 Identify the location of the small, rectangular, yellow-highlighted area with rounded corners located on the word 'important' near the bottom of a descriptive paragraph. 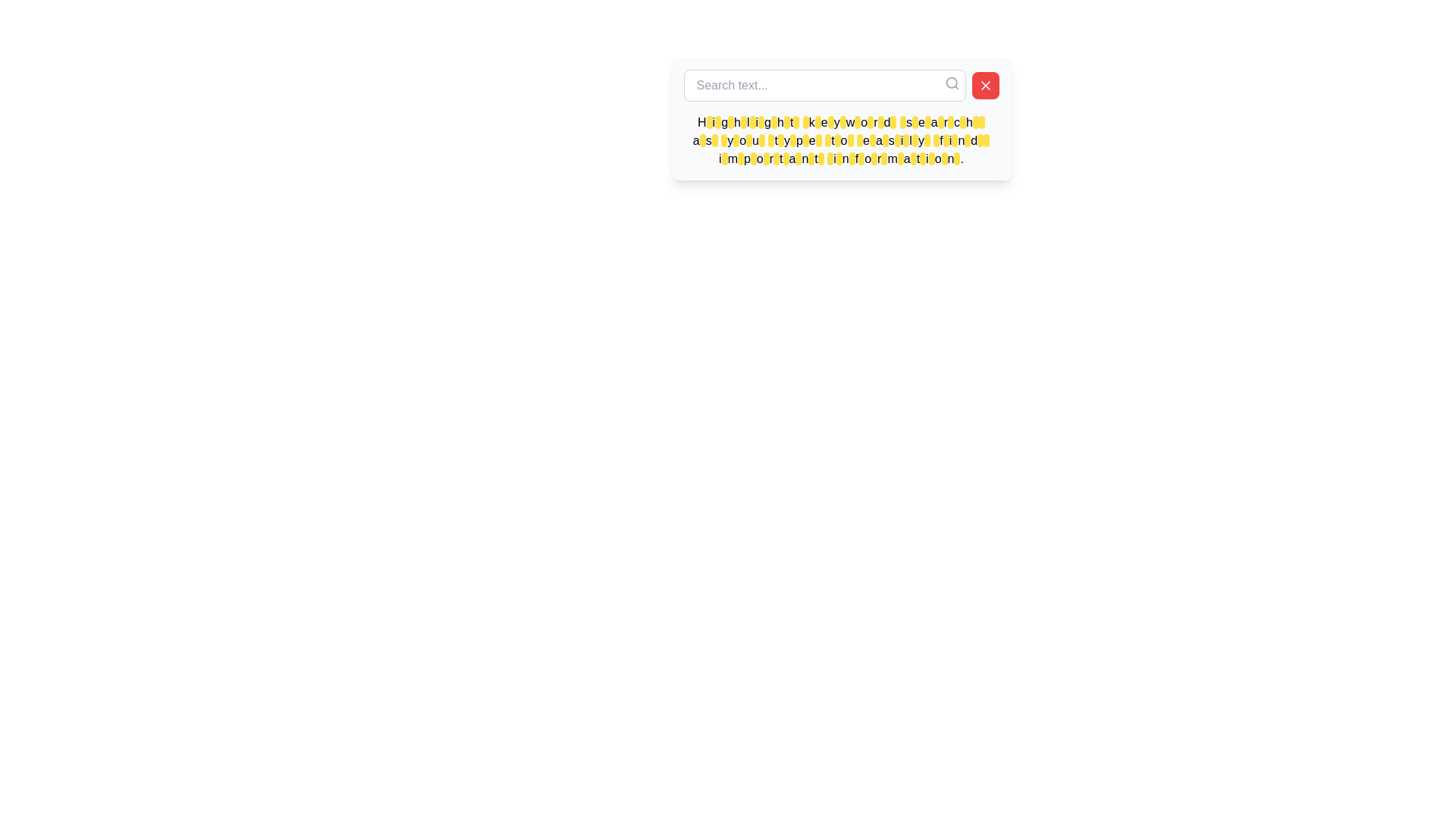
(798, 158).